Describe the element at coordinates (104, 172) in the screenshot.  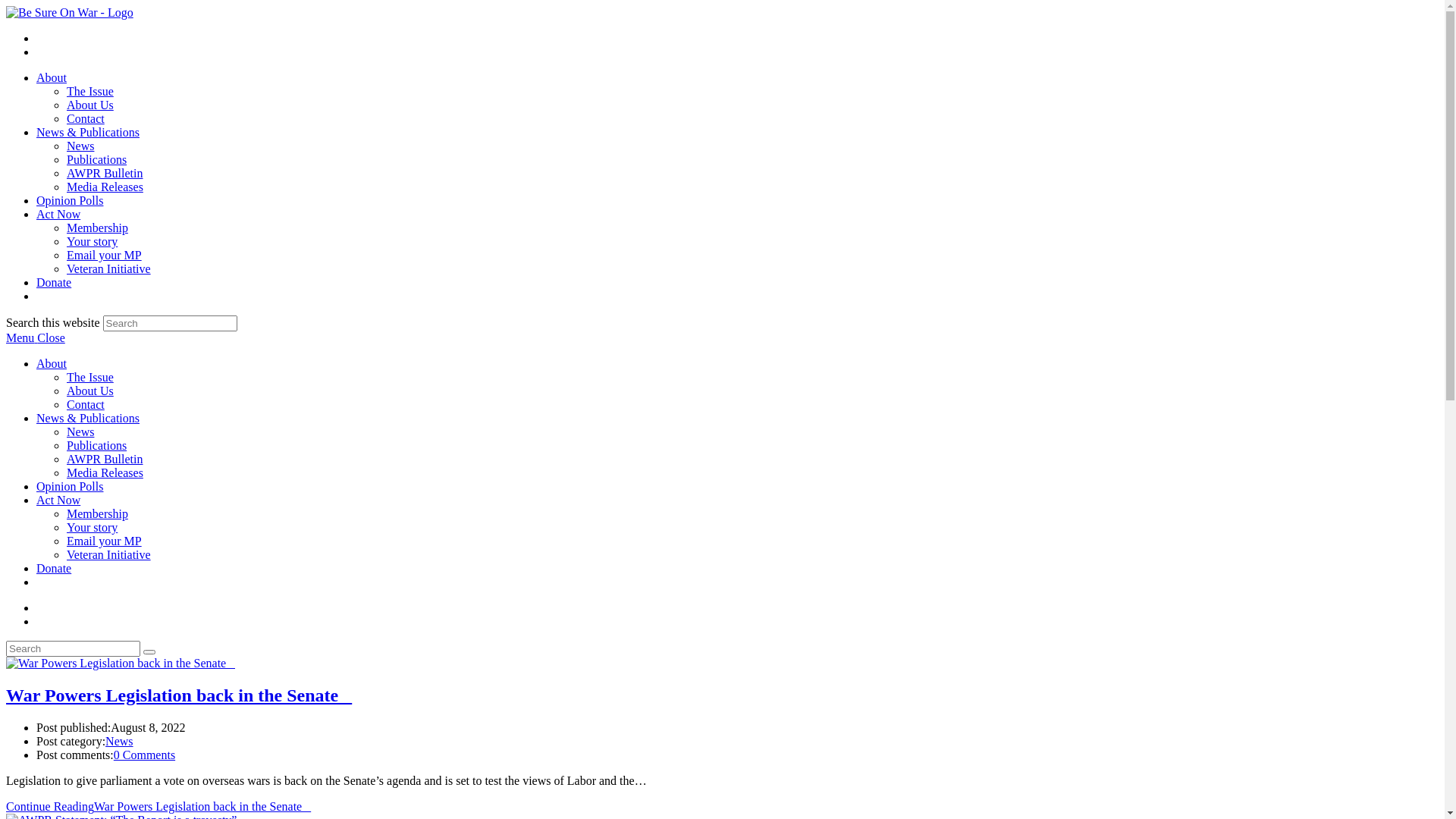
I see `'AWPR Bulletin'` at that location.